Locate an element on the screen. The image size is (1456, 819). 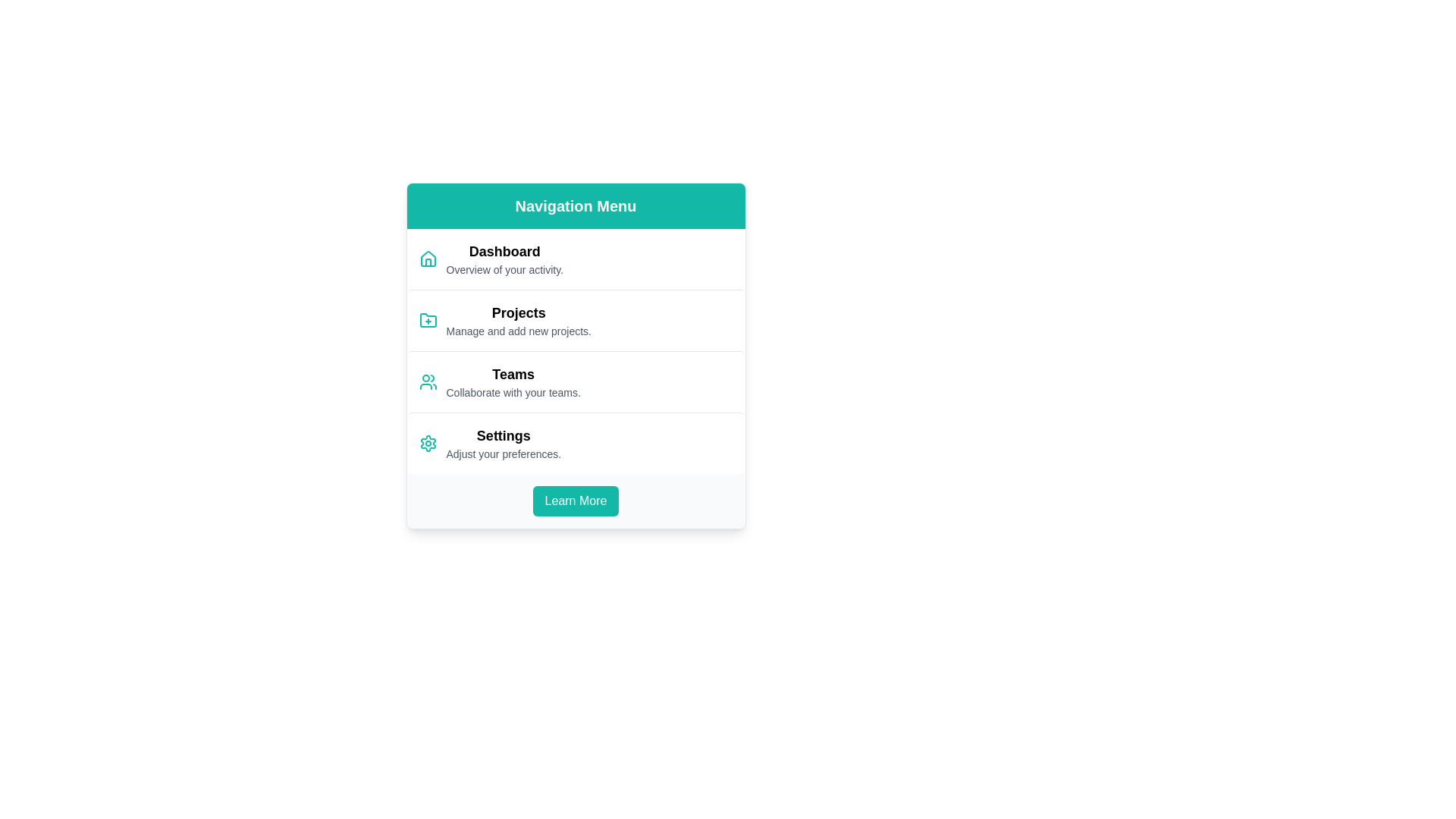
the 'Dashboard' icon located to the left of the 'Dashboard' text and above the description 'Overview of your activity' in the navigation menu is located at coordinates (427, 259).